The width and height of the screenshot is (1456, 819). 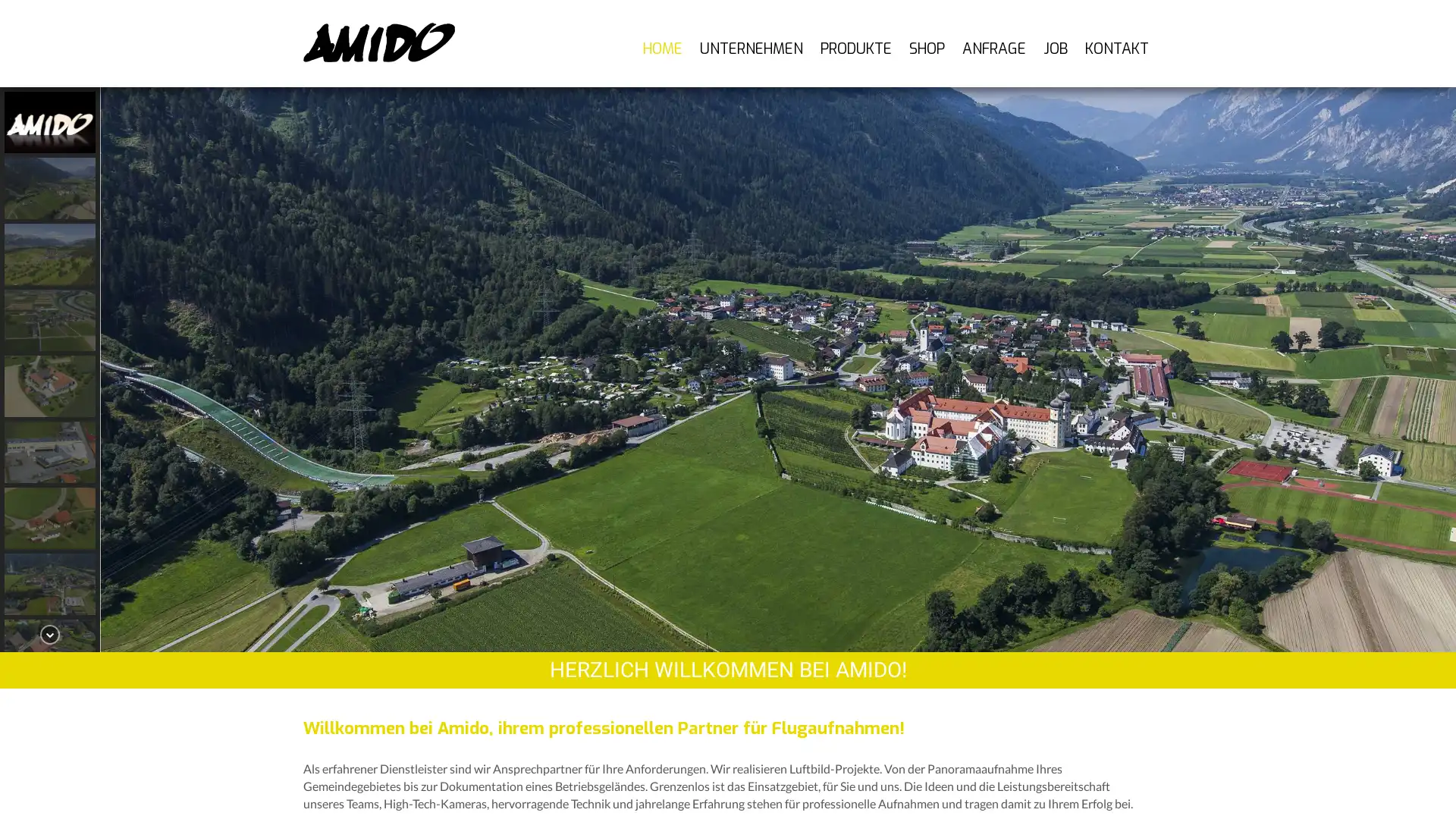 What do you see at coordinates (50, 253) in the screenshot?
I see `Thumbnail 2` at bounding box center [50, 253].